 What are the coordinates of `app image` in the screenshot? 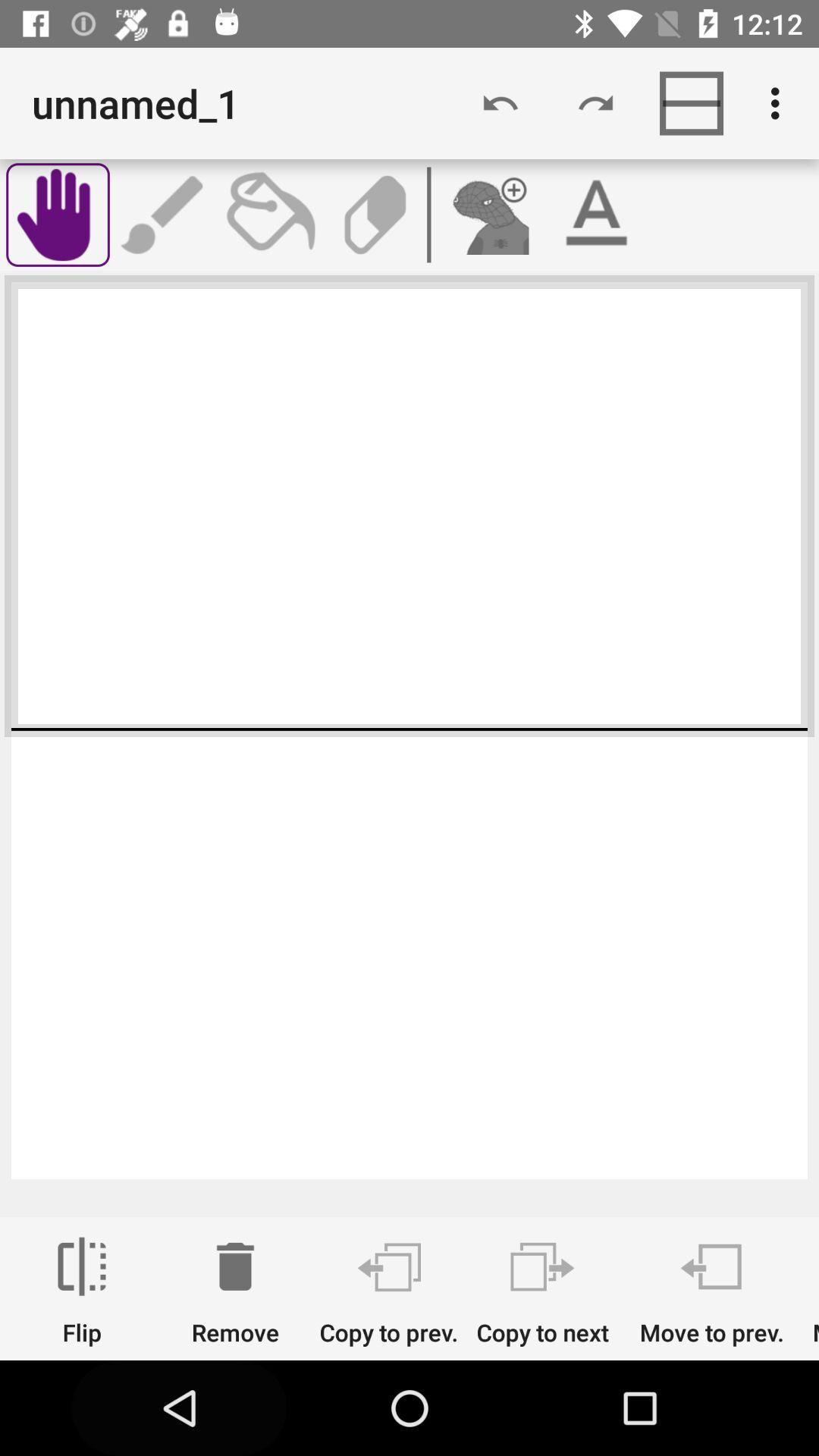 It's located at (488, 214).